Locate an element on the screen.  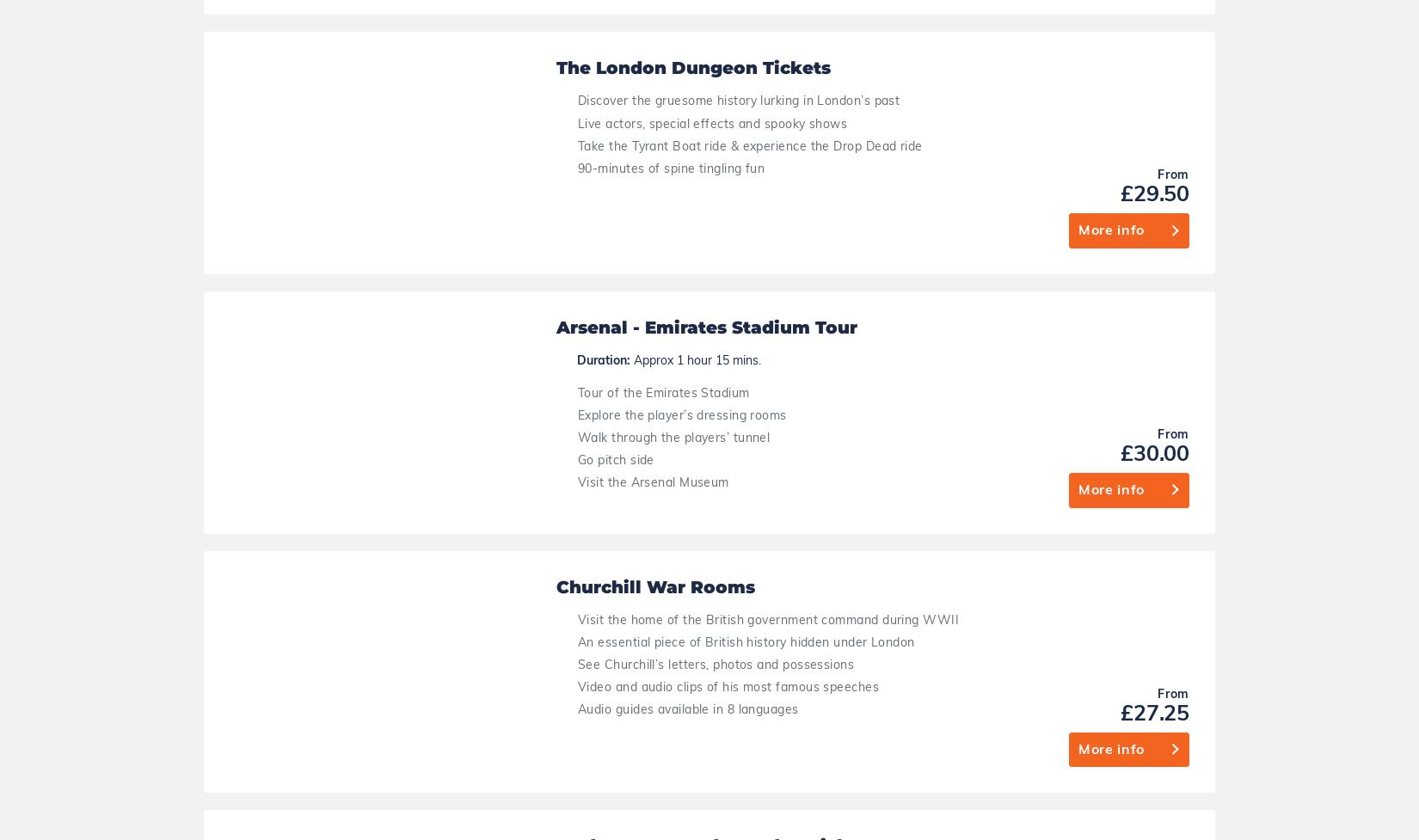
'See Churchill’s letters, photos and possessions' is located at coordinates (716, 43).